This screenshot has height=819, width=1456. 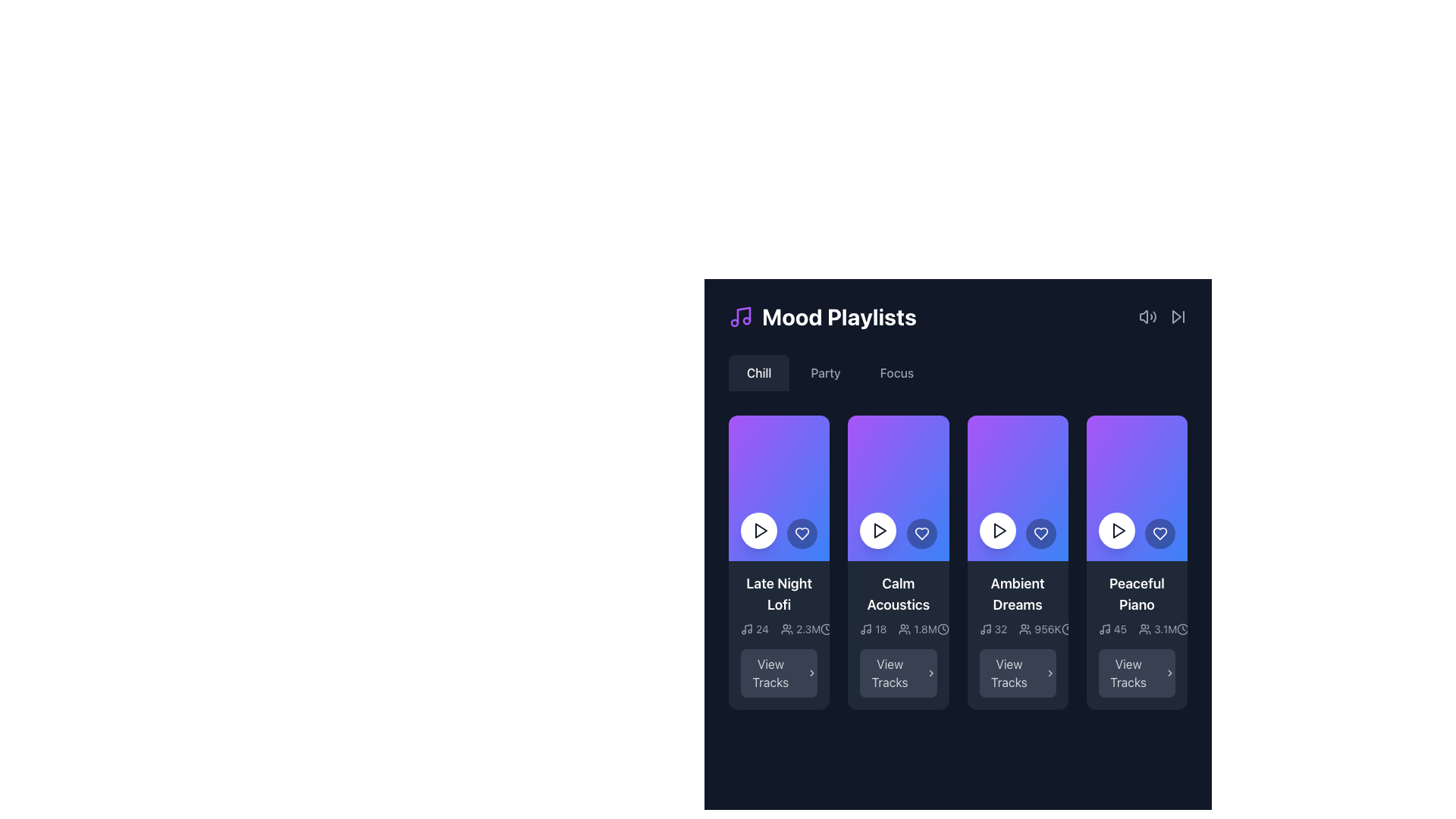 What do you see at coordinates (759, 373) in the screenshot?
I see `the first button in the mood playlist section, labeled 'Chill'` at bounding box center [759, 373].